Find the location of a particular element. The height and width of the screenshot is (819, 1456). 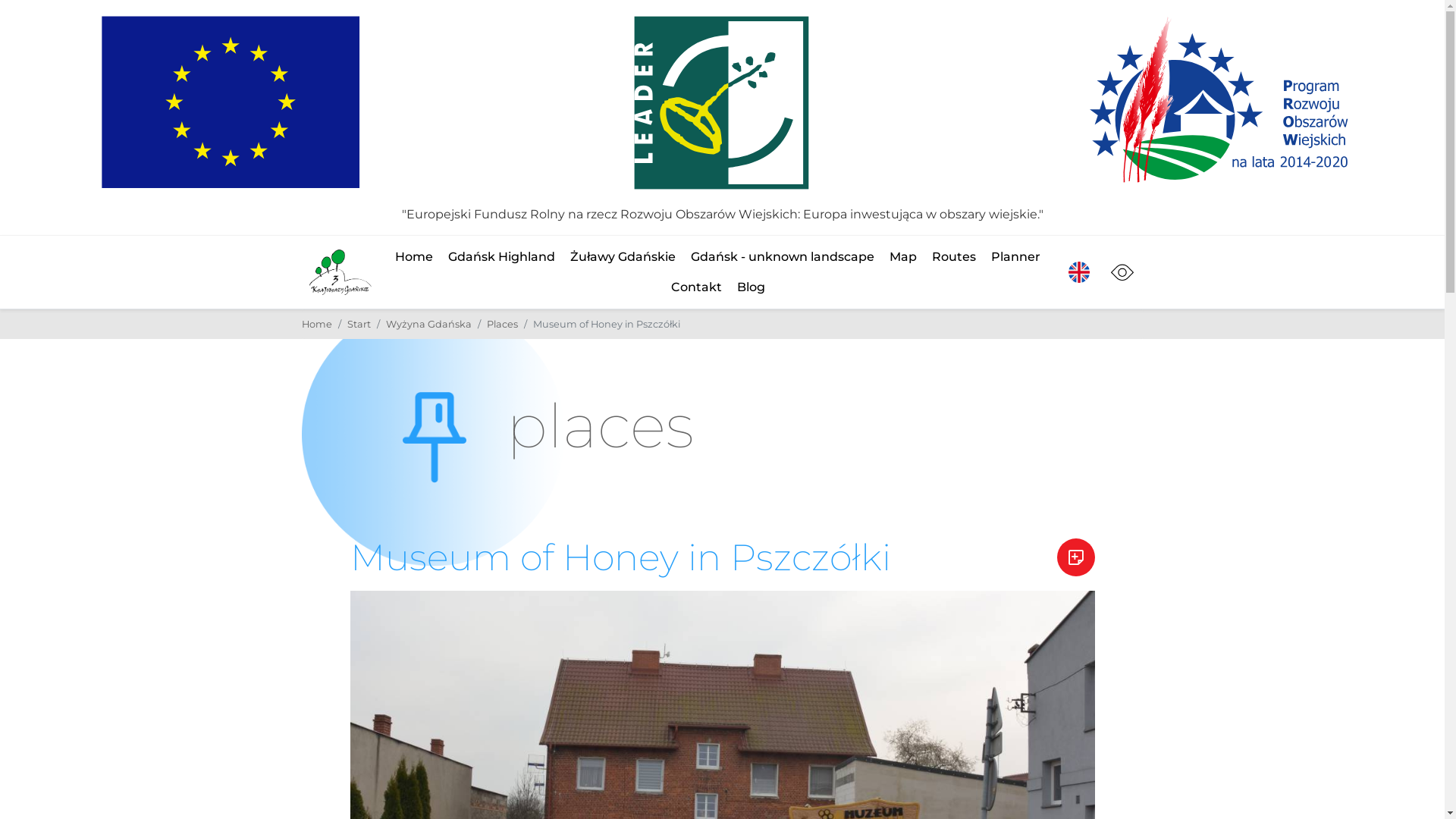

'Home' is located at coordinates (315, 323).